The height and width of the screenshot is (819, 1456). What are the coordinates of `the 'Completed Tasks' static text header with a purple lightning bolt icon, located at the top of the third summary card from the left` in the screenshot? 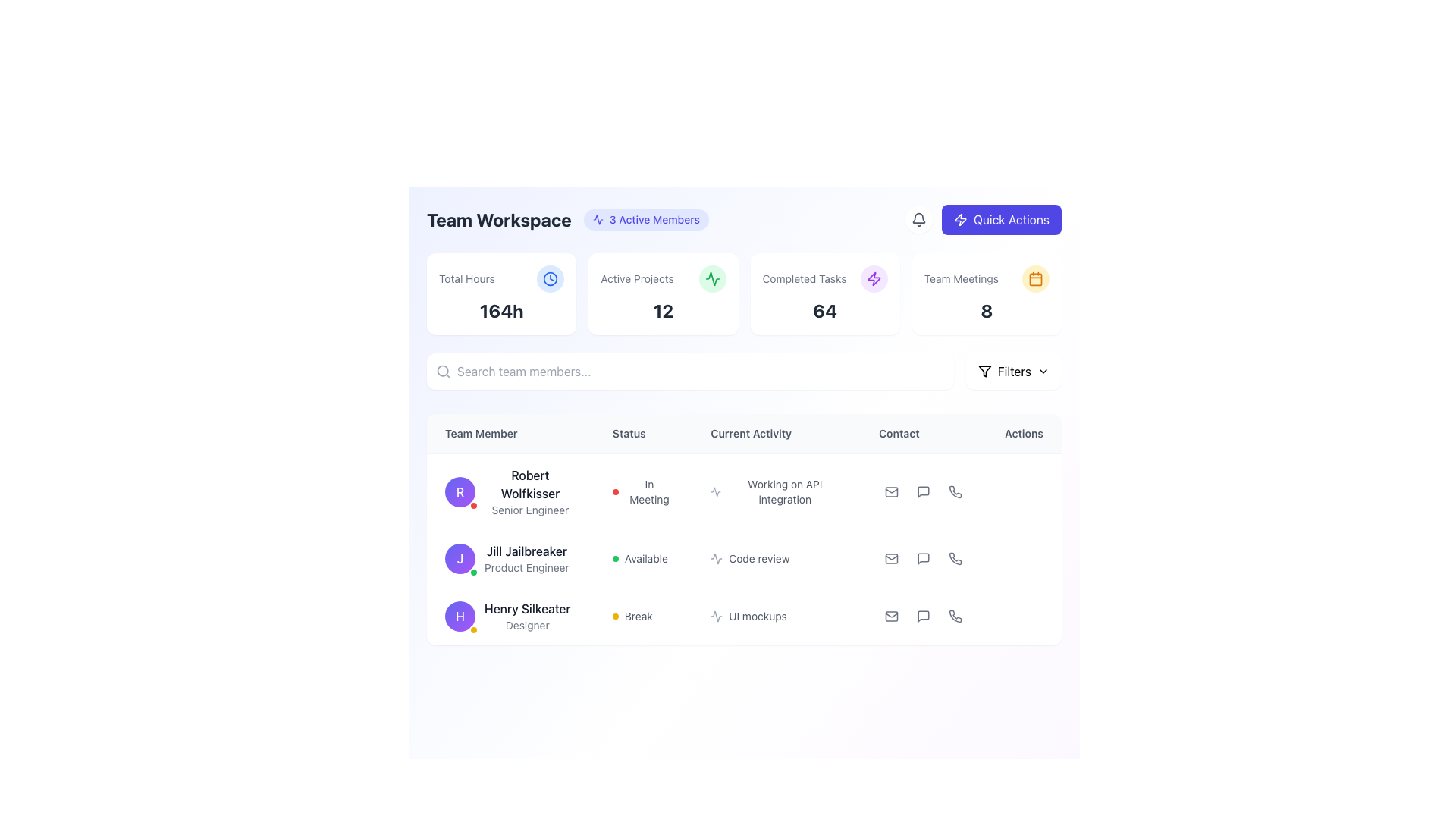 It's located at (824, 278).